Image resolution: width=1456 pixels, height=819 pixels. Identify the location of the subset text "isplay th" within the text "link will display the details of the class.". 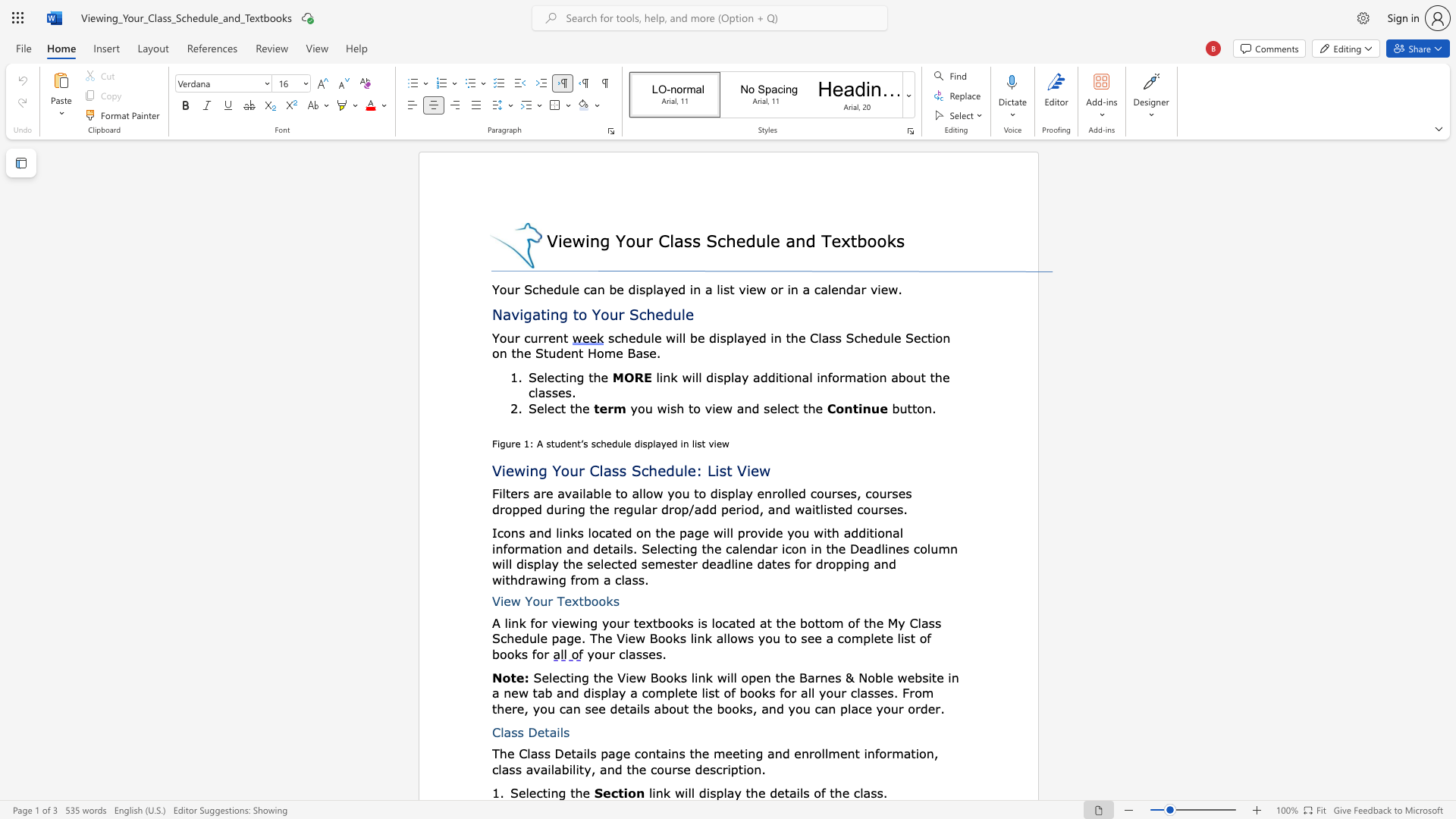
(705, 792).